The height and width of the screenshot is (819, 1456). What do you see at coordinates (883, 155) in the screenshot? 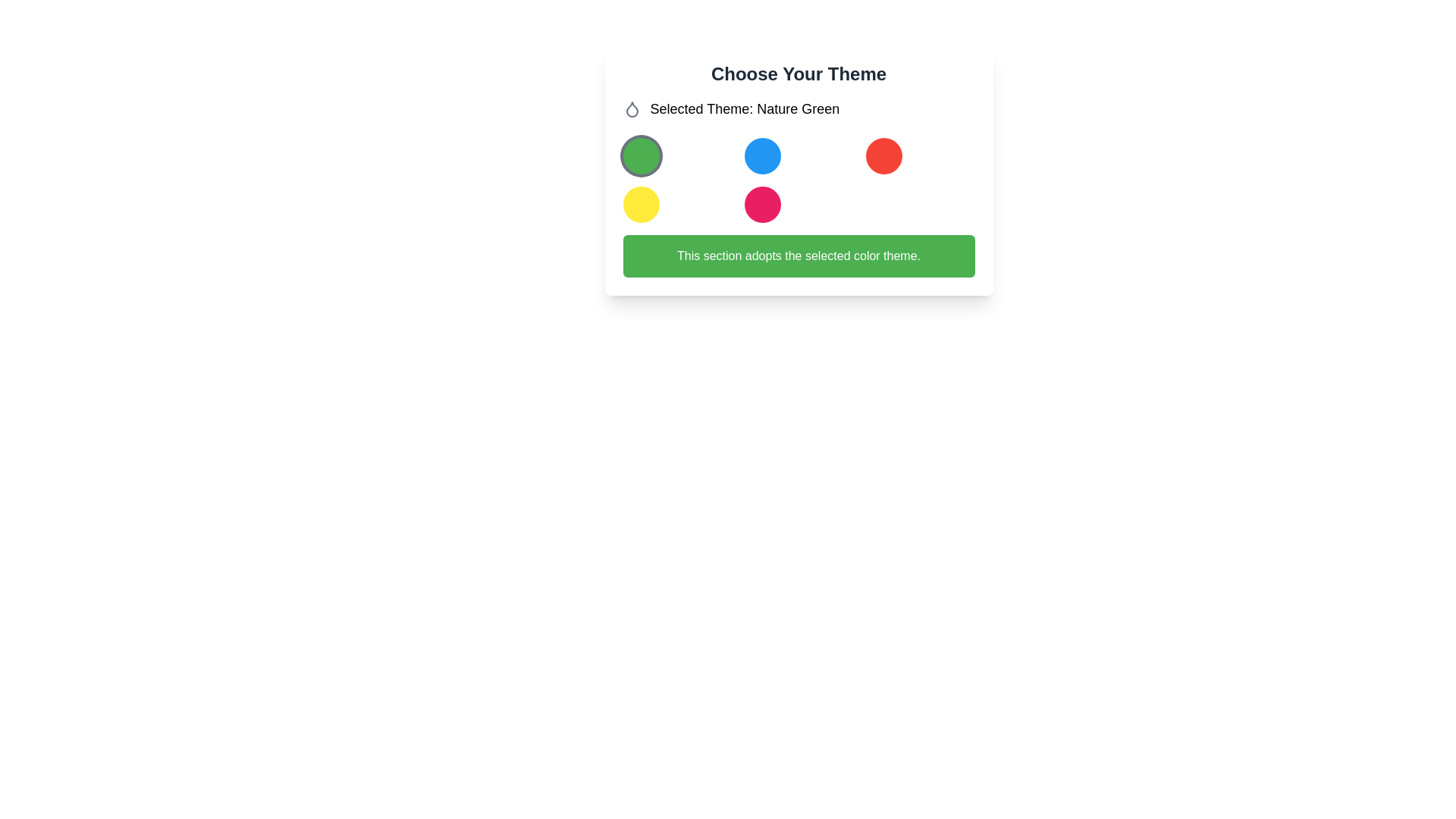
I see `the circular red color option located in the top-right corner of the grid` at bounding box center [883, 155].